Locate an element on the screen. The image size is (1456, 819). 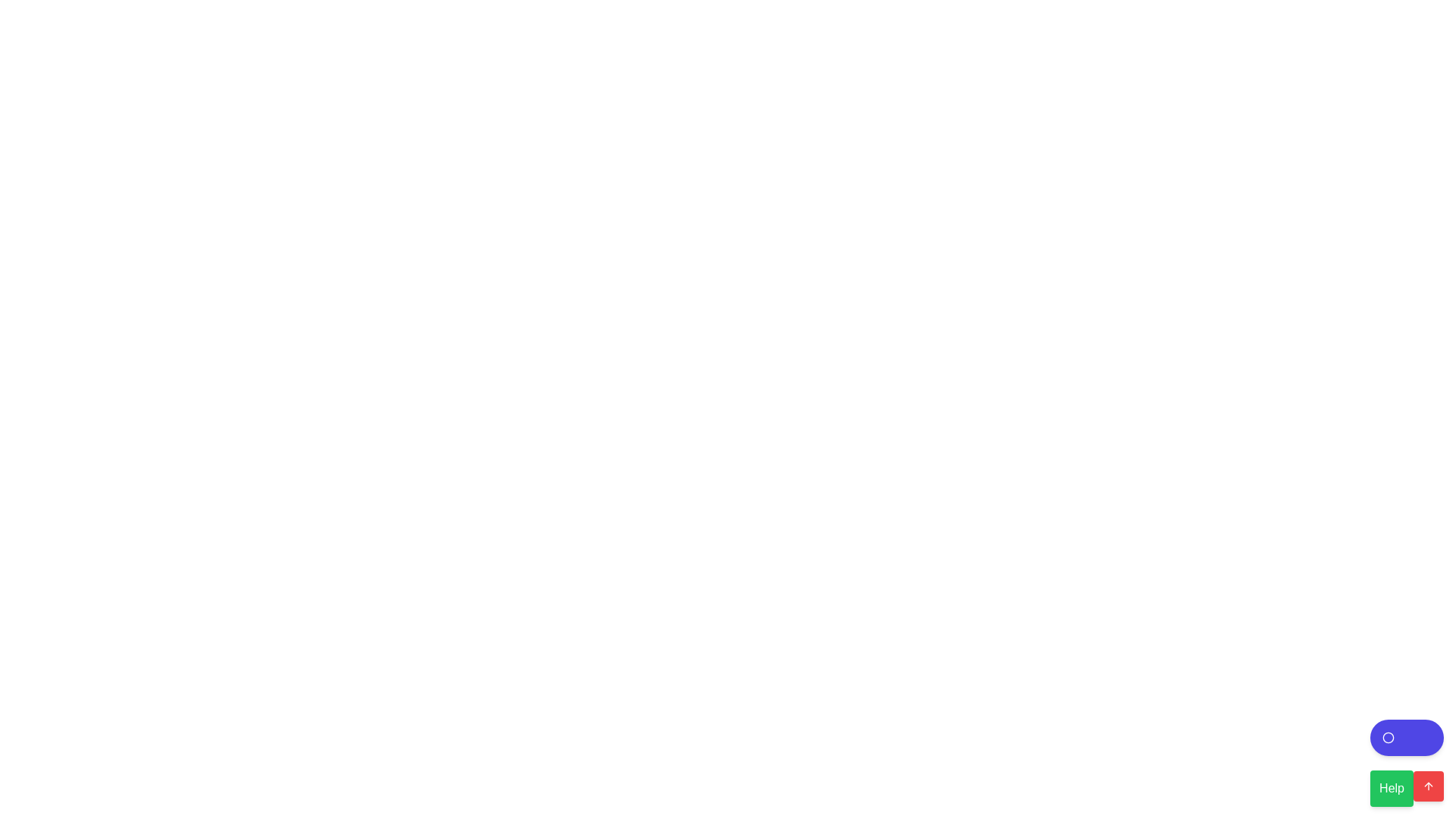
the leftmost button in the bottom-right corner of the interface, which likely provides access is located at coordinates (1406, 785).